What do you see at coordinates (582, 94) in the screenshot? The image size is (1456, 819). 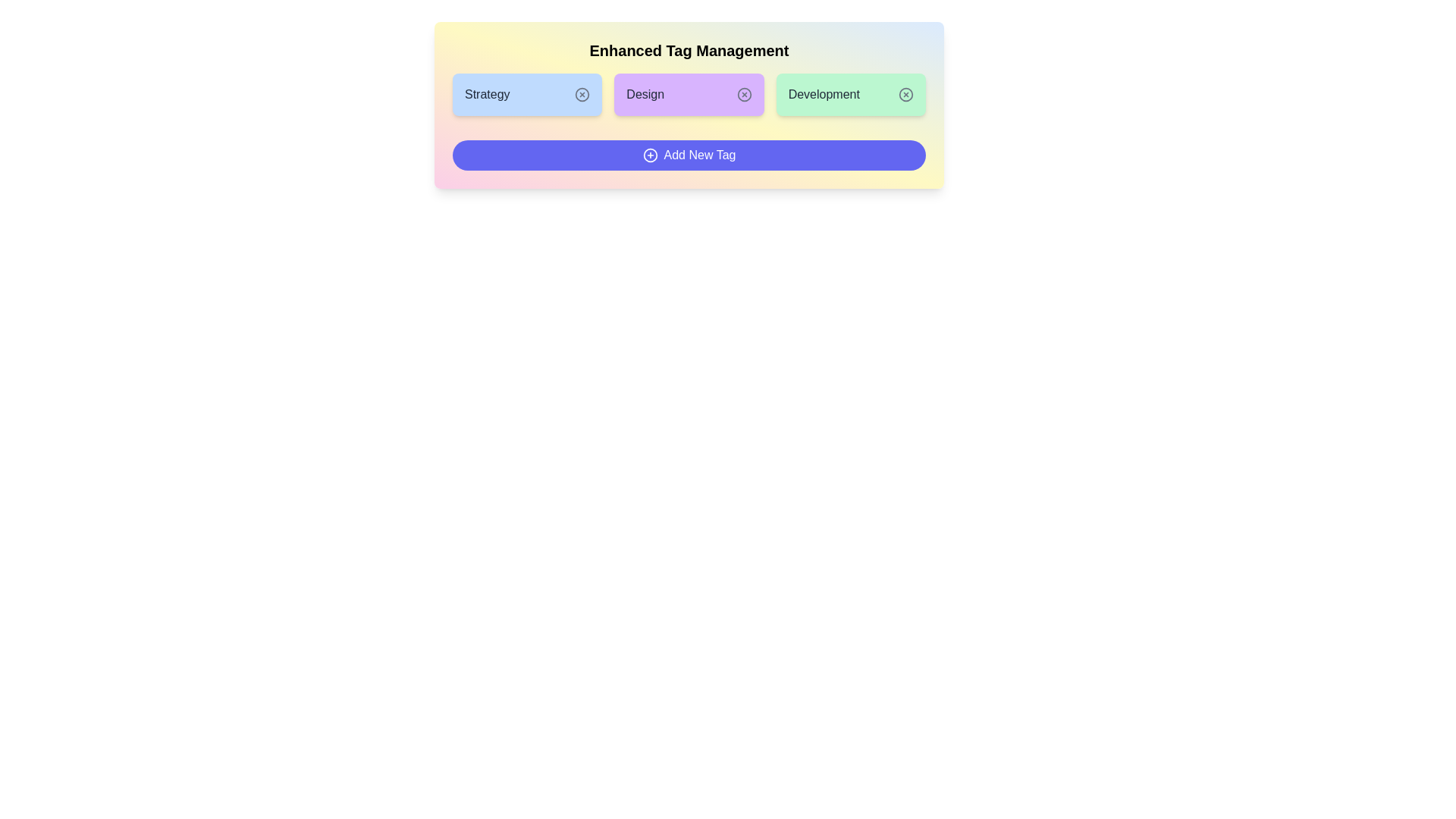 I see `the 'X' button of the tag labeled 'Strategy' to remove it` at bounding box center [582, 94].